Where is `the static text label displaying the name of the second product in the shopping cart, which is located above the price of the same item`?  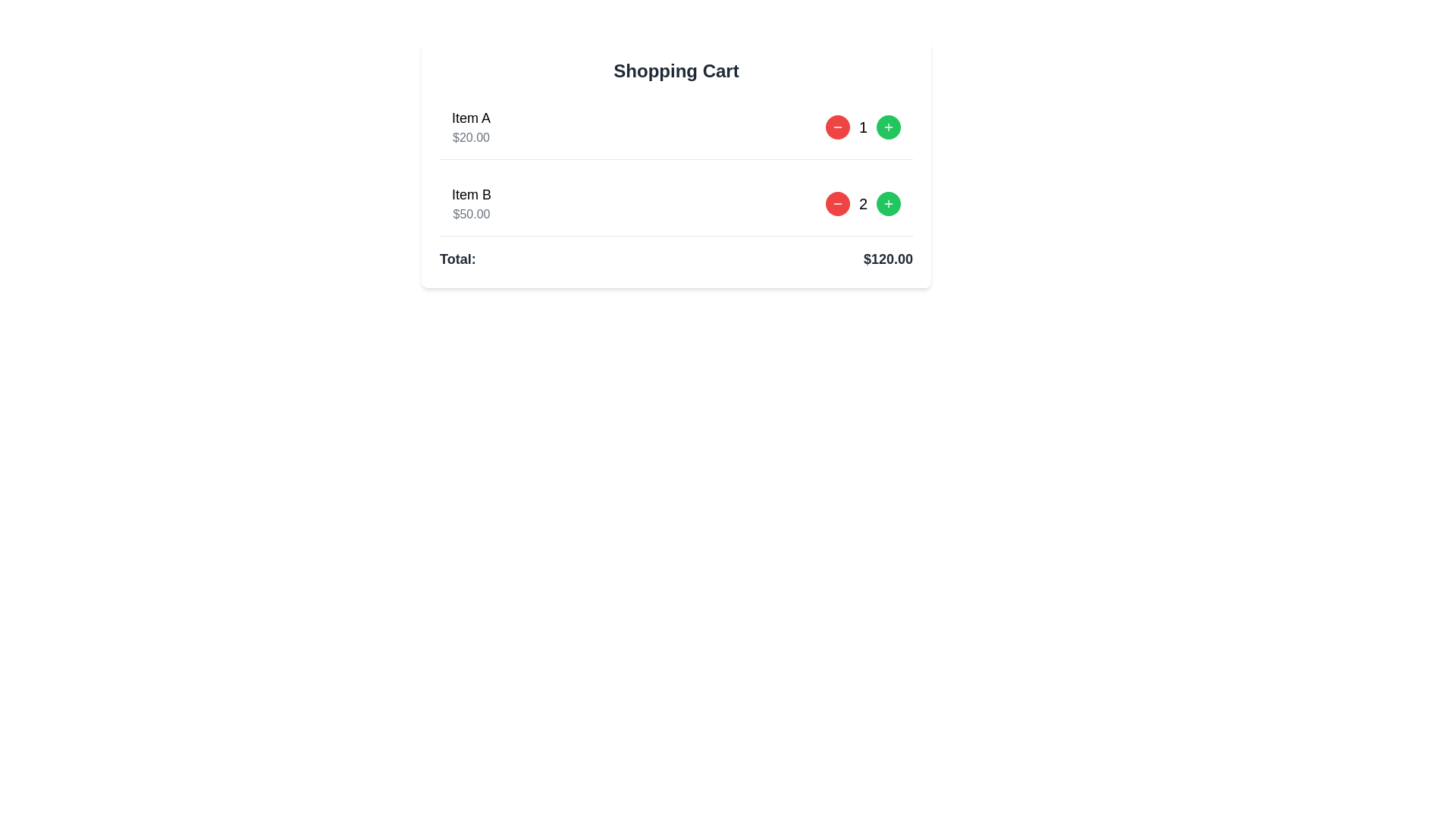
the static text label displaying the name of the second product in the shopping cart, which is located above the price of the same item is located at coordinates (471, 194).